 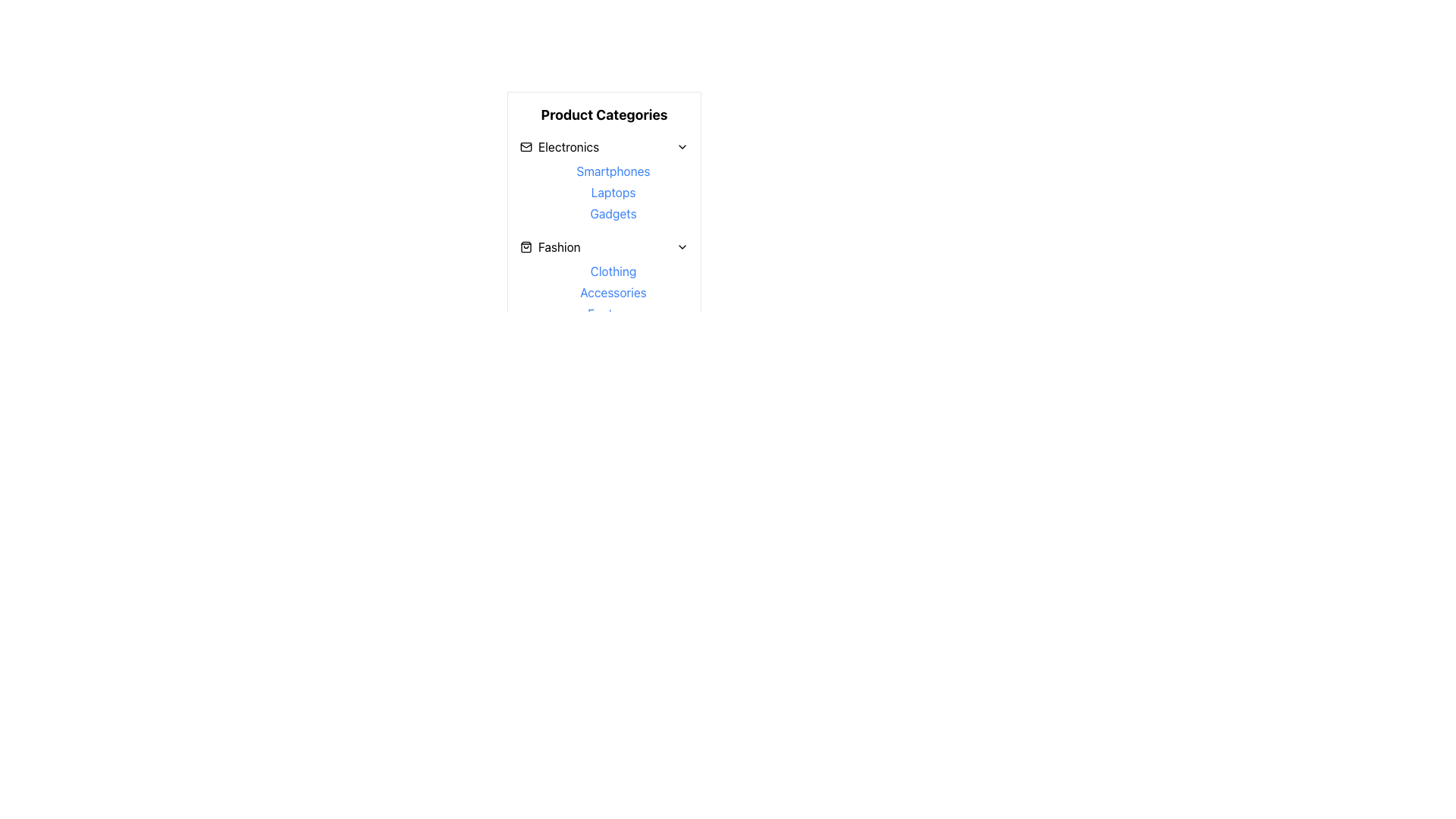 I want to click on the hyperlinked list item that serves as a navigational option for subcategories within the 'Fashion' category, located below the 'Electronics' category in the expanded submenu under 'Product Categories', so click(x=613, y=292).